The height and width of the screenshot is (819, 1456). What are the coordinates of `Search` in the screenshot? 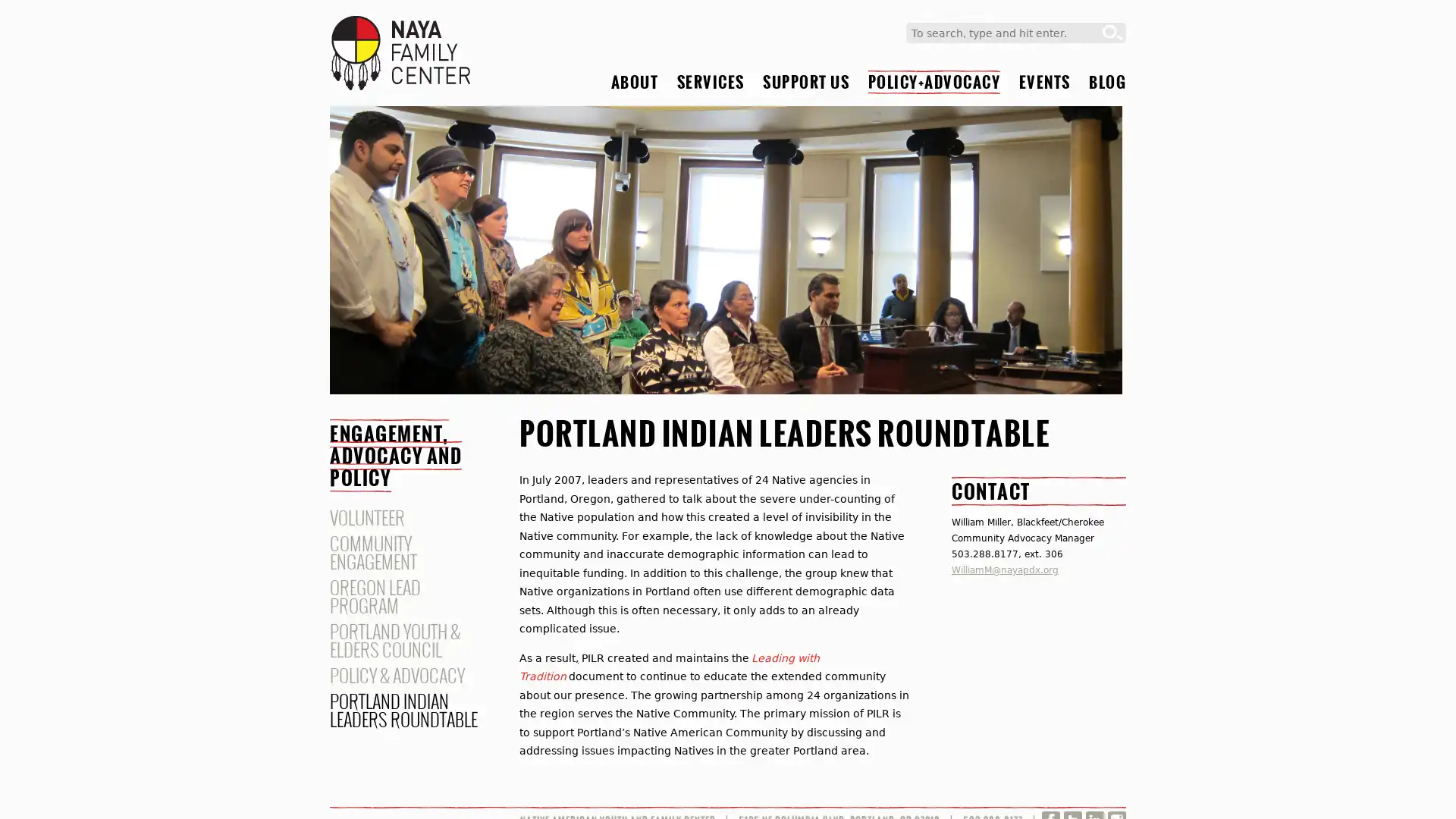 It's located at (1112, 33).